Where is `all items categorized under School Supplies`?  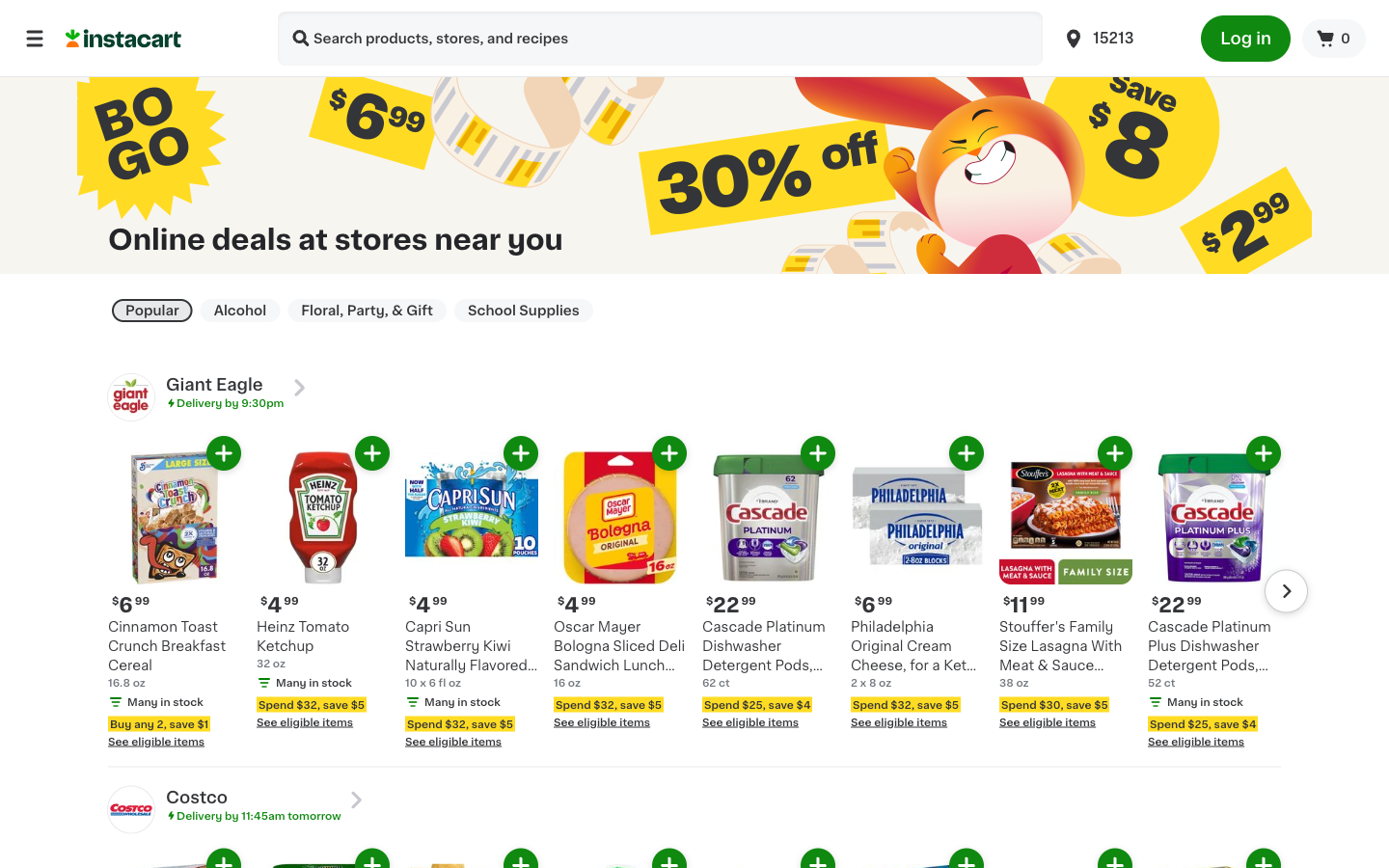 all items categorized under School Supplies is located at coordinates (524, 310).